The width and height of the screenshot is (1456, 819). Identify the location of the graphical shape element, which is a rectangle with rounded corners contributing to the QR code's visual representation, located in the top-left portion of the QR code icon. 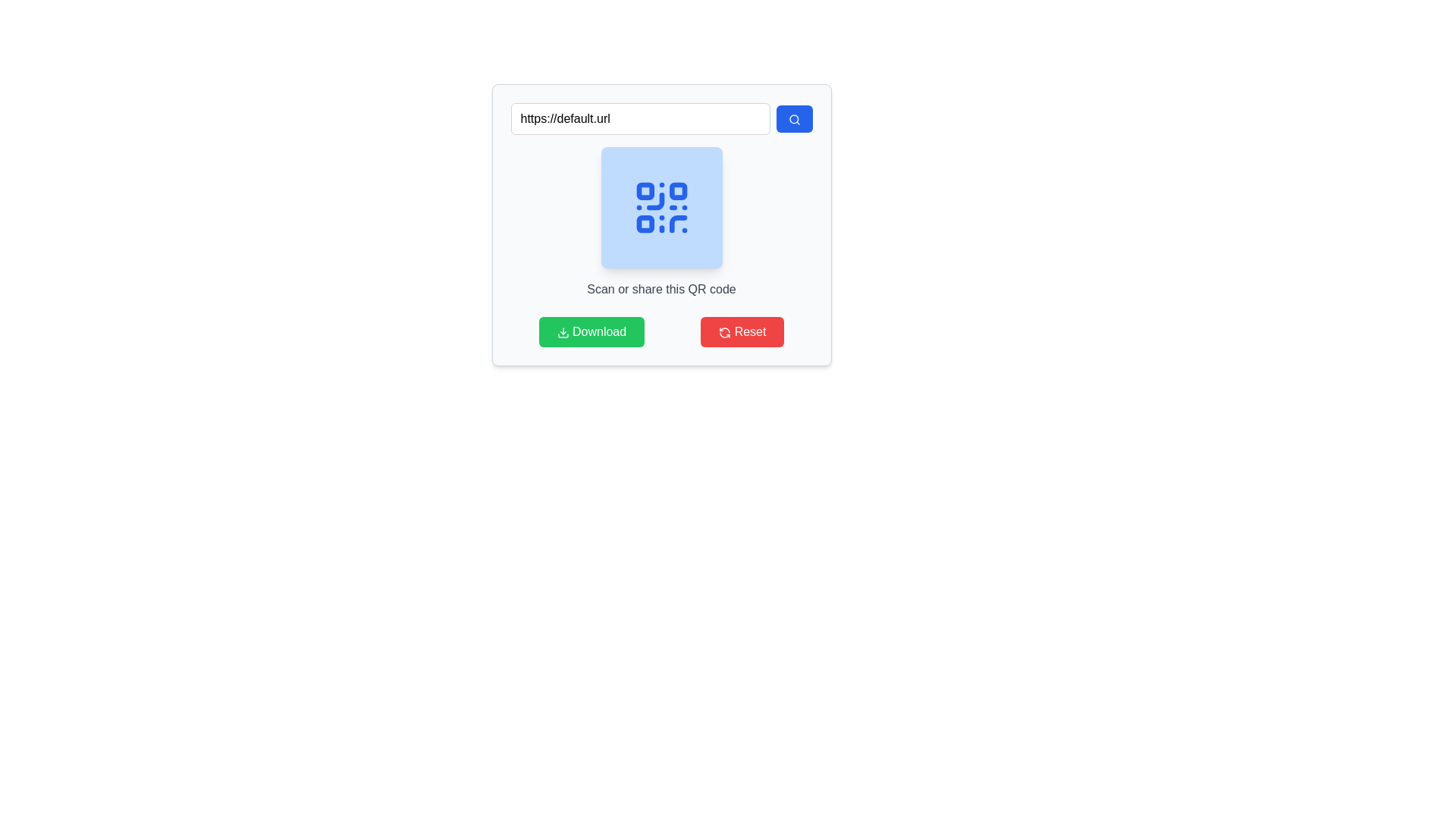
(645, 190).